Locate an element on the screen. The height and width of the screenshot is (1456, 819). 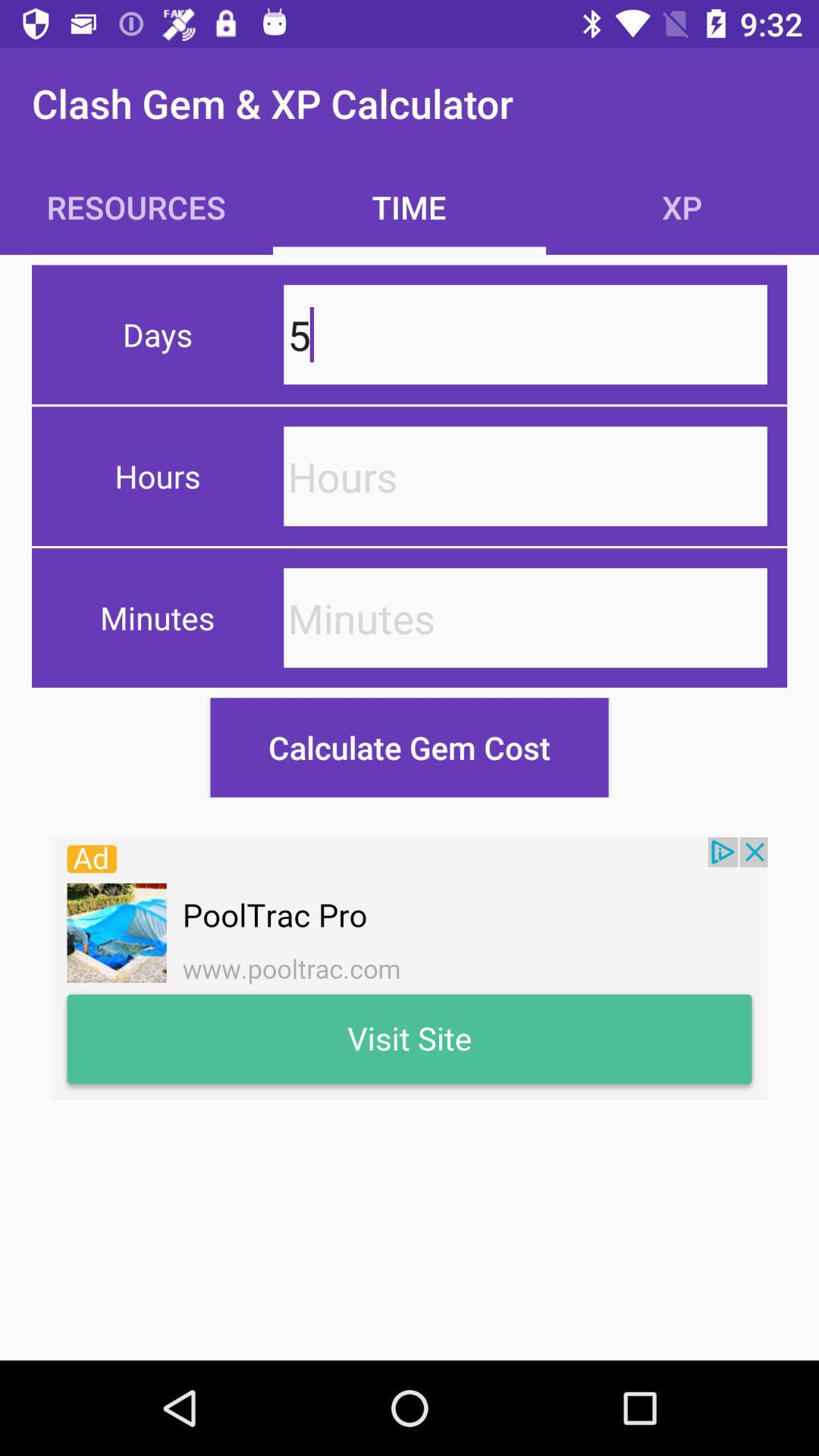
minutes is located at coordinates (525, 617).